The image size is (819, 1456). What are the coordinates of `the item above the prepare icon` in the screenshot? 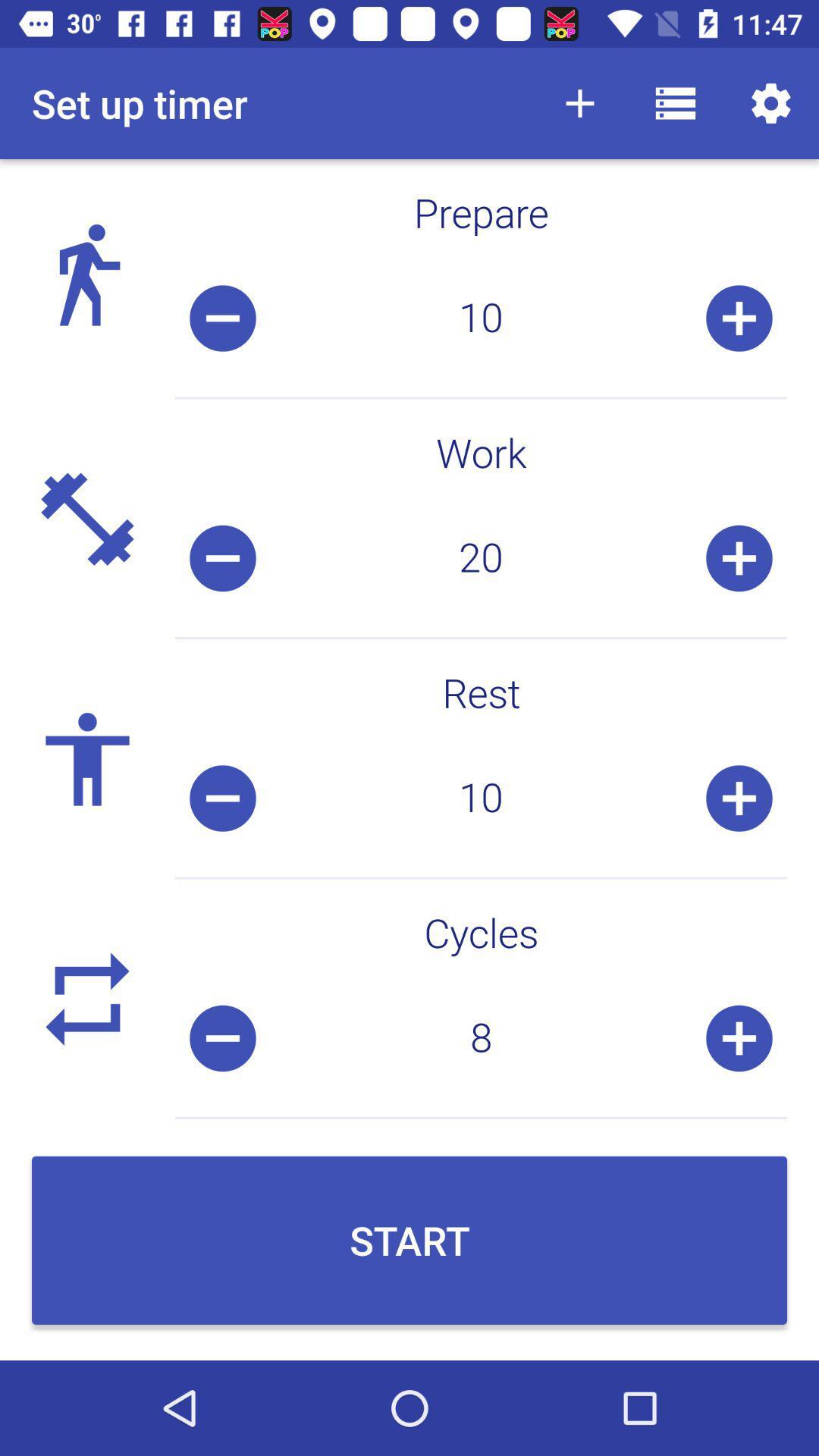 It's located at (771, 102).